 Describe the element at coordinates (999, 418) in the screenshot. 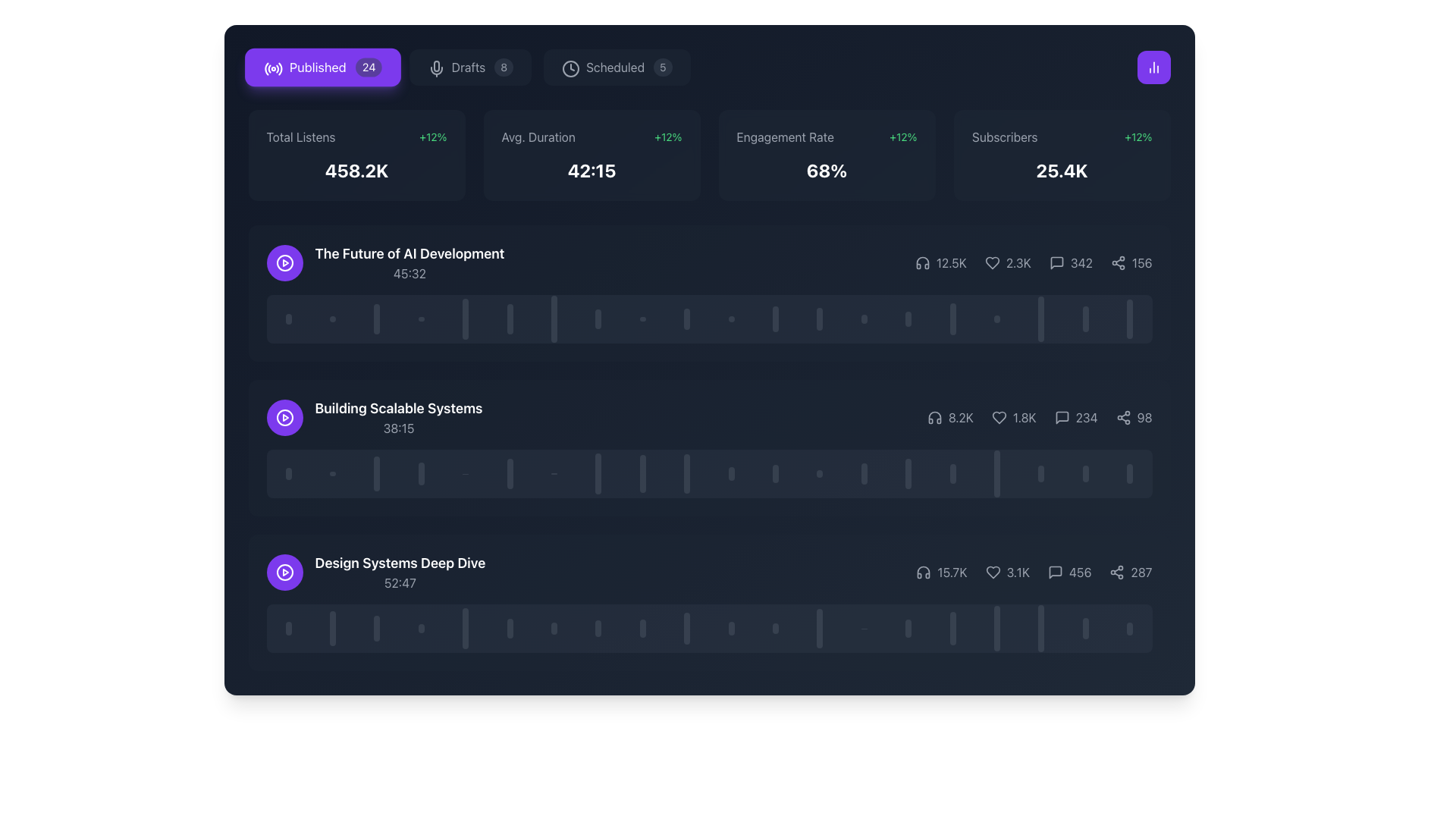

I see `the heart-shaped icon located near the text '1.8K' in the interaction bar for the content entry titled 'Building Scalable Systems' to like or unlike the content` at that location.